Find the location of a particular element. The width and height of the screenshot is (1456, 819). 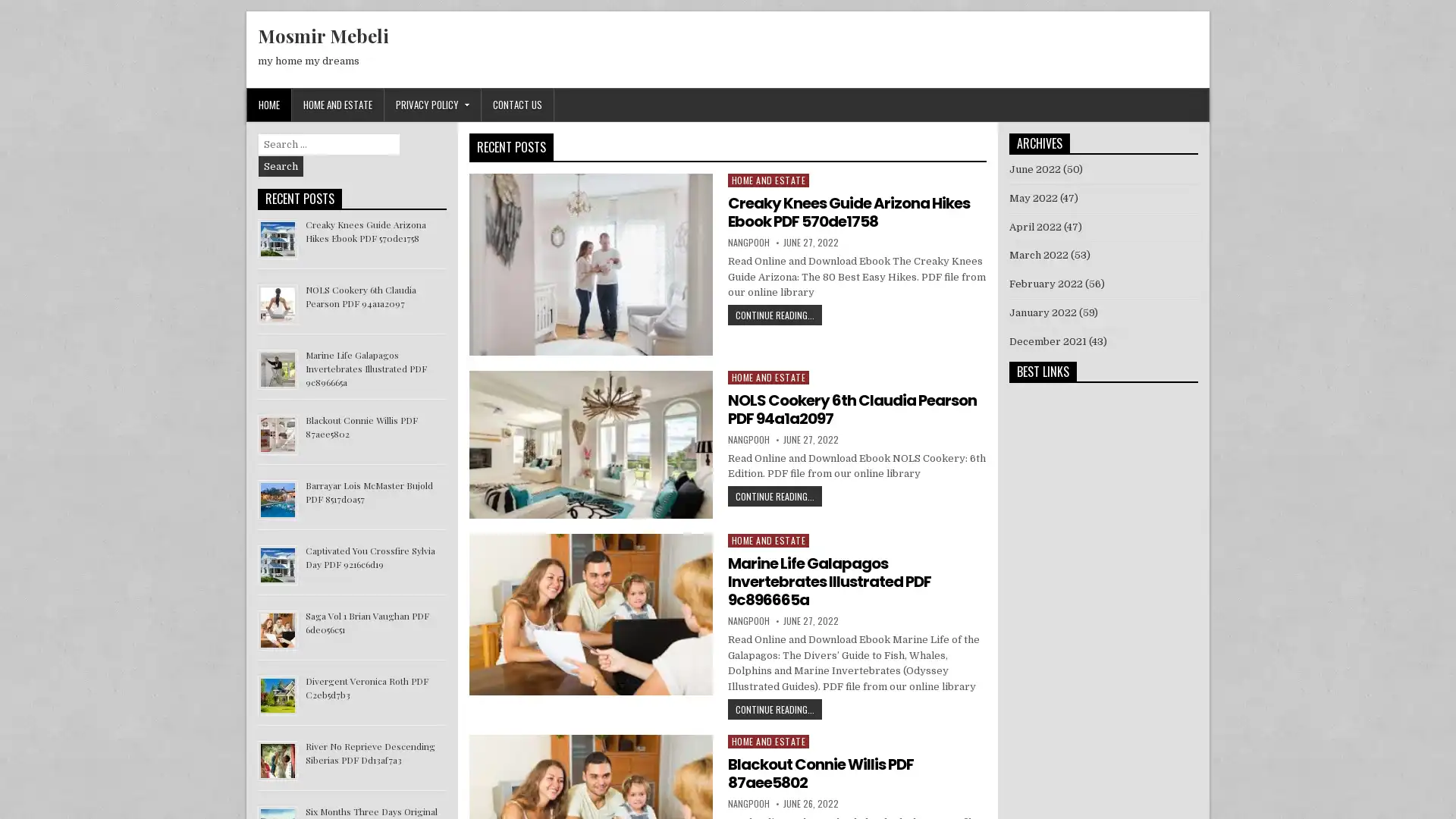

Search is located at coordinates (281, 166).